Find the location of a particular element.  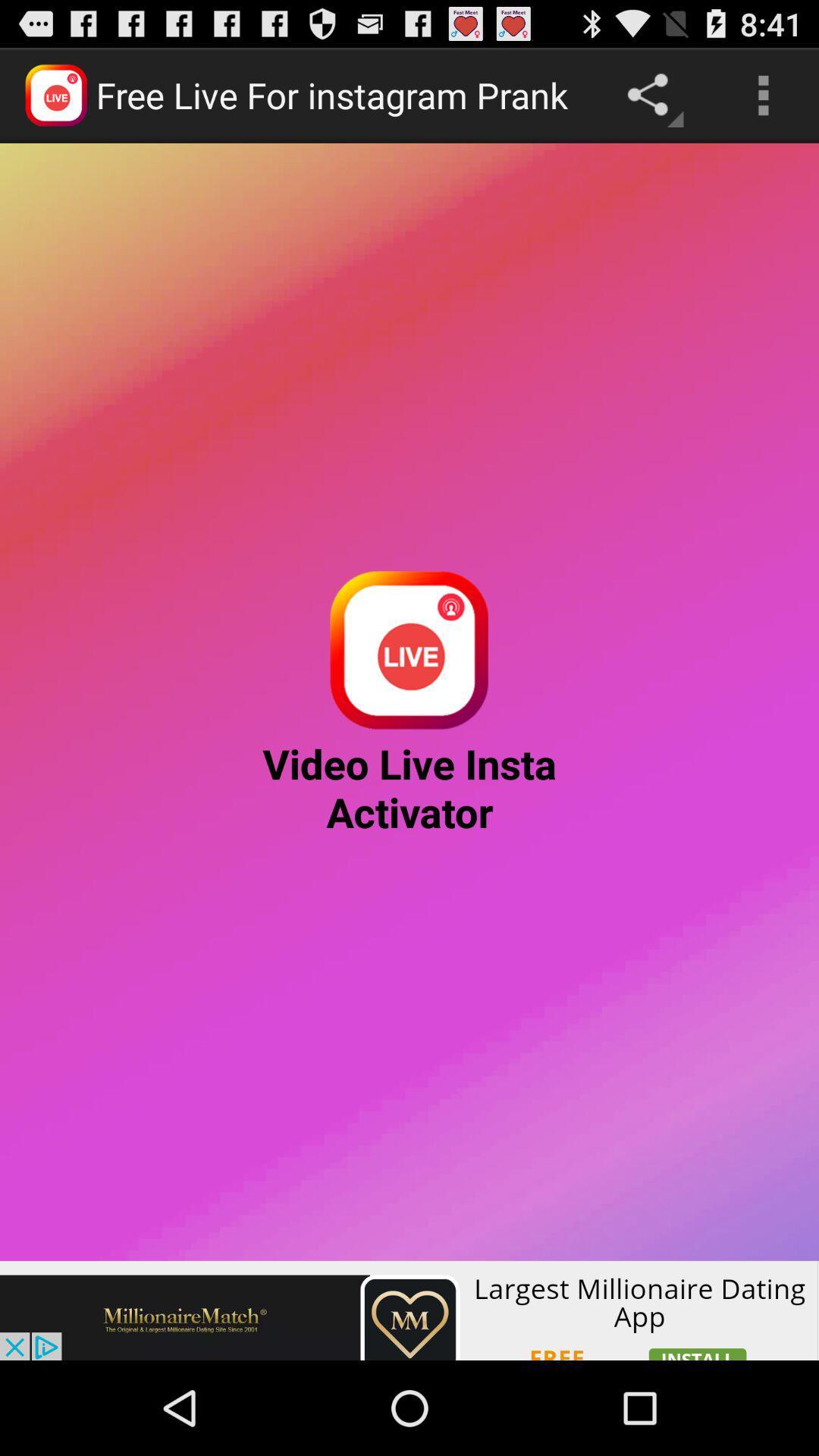

banner is located at coordinates (409, 1310).